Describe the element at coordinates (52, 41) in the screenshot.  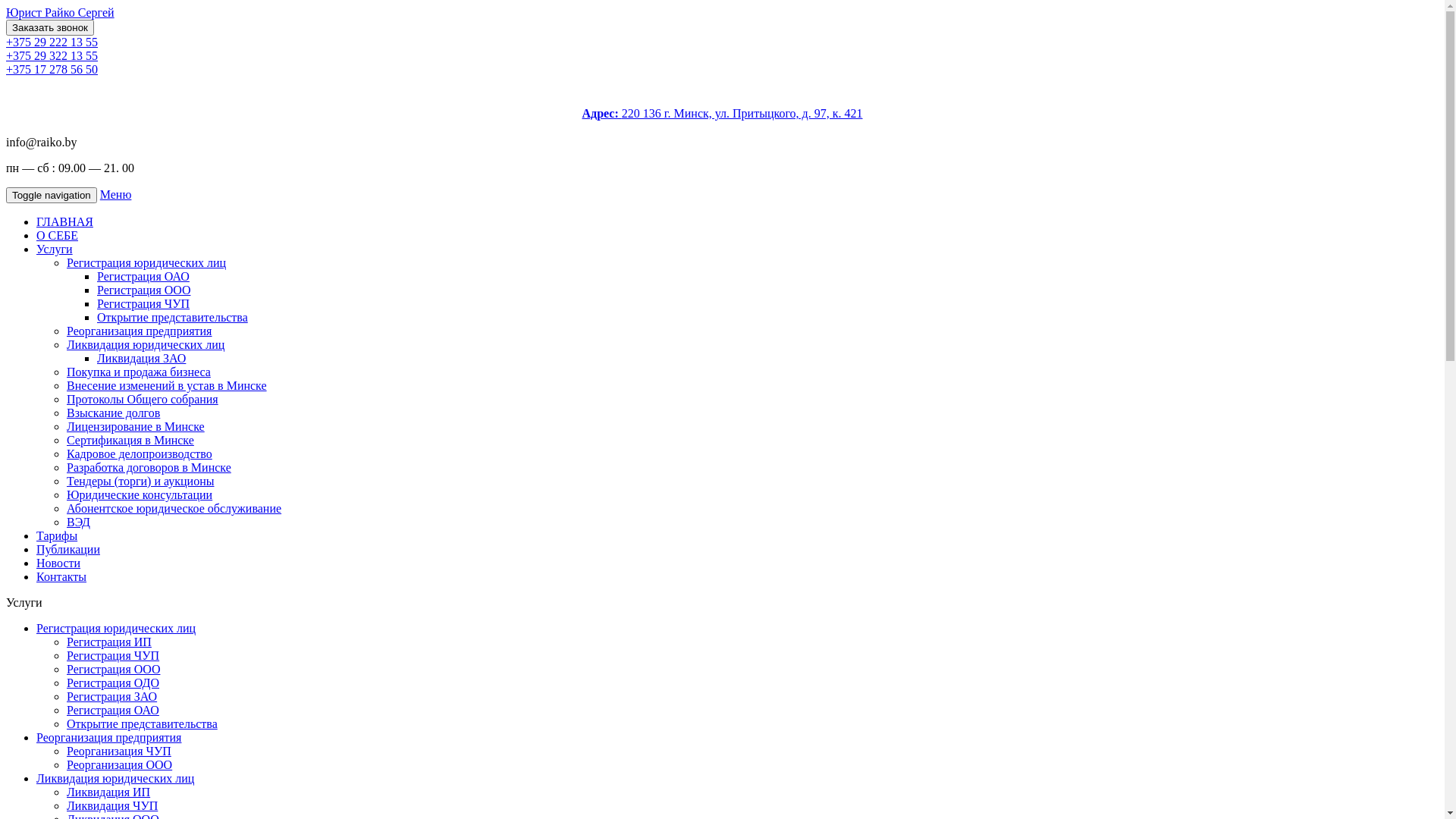
I see `'+375 29 222 13 55'` at that location.